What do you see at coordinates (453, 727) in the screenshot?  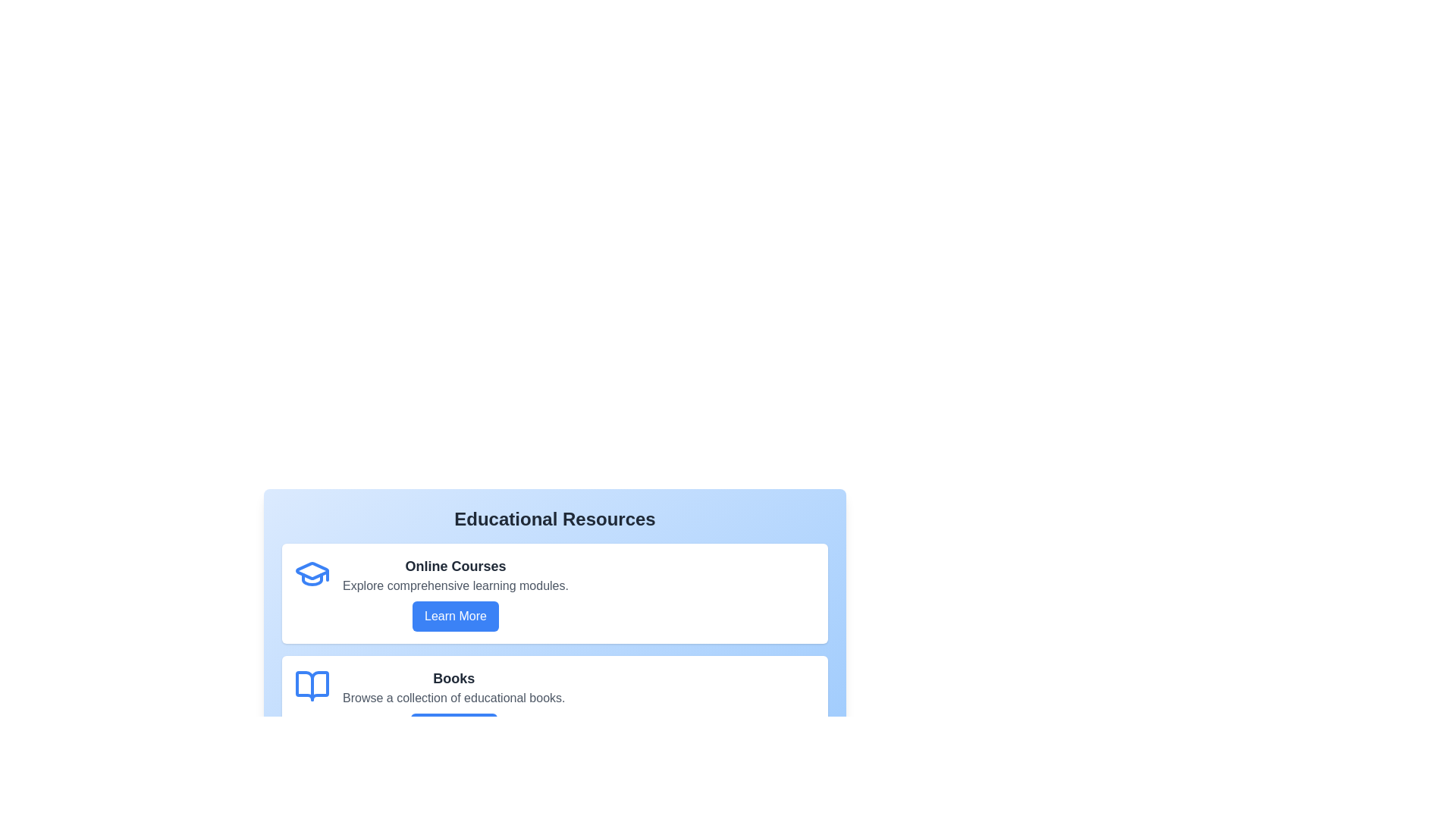 I see `the 'Learn More' button for Books` at bounding box center [453, 727].